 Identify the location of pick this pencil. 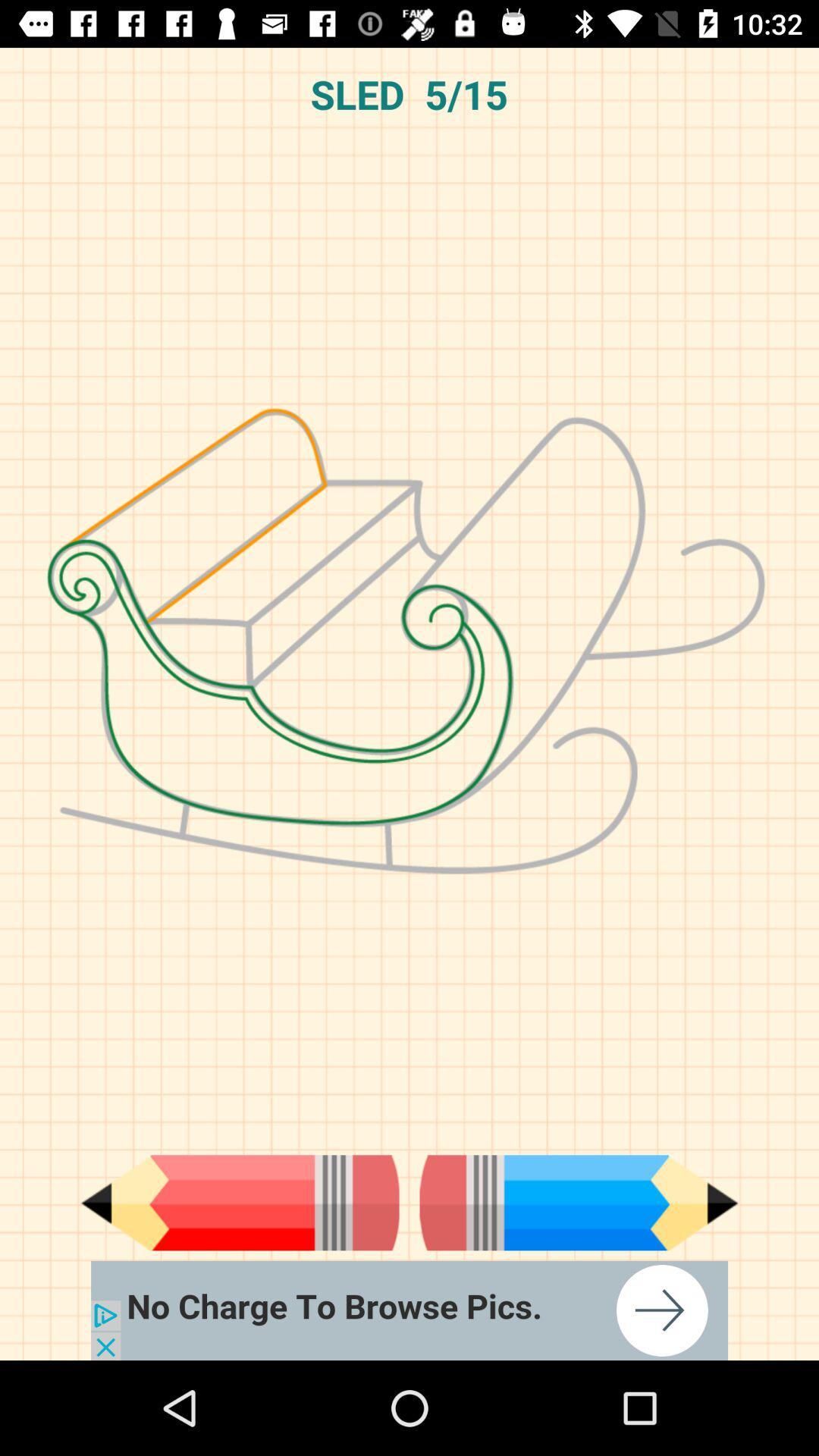
(579, 1202).